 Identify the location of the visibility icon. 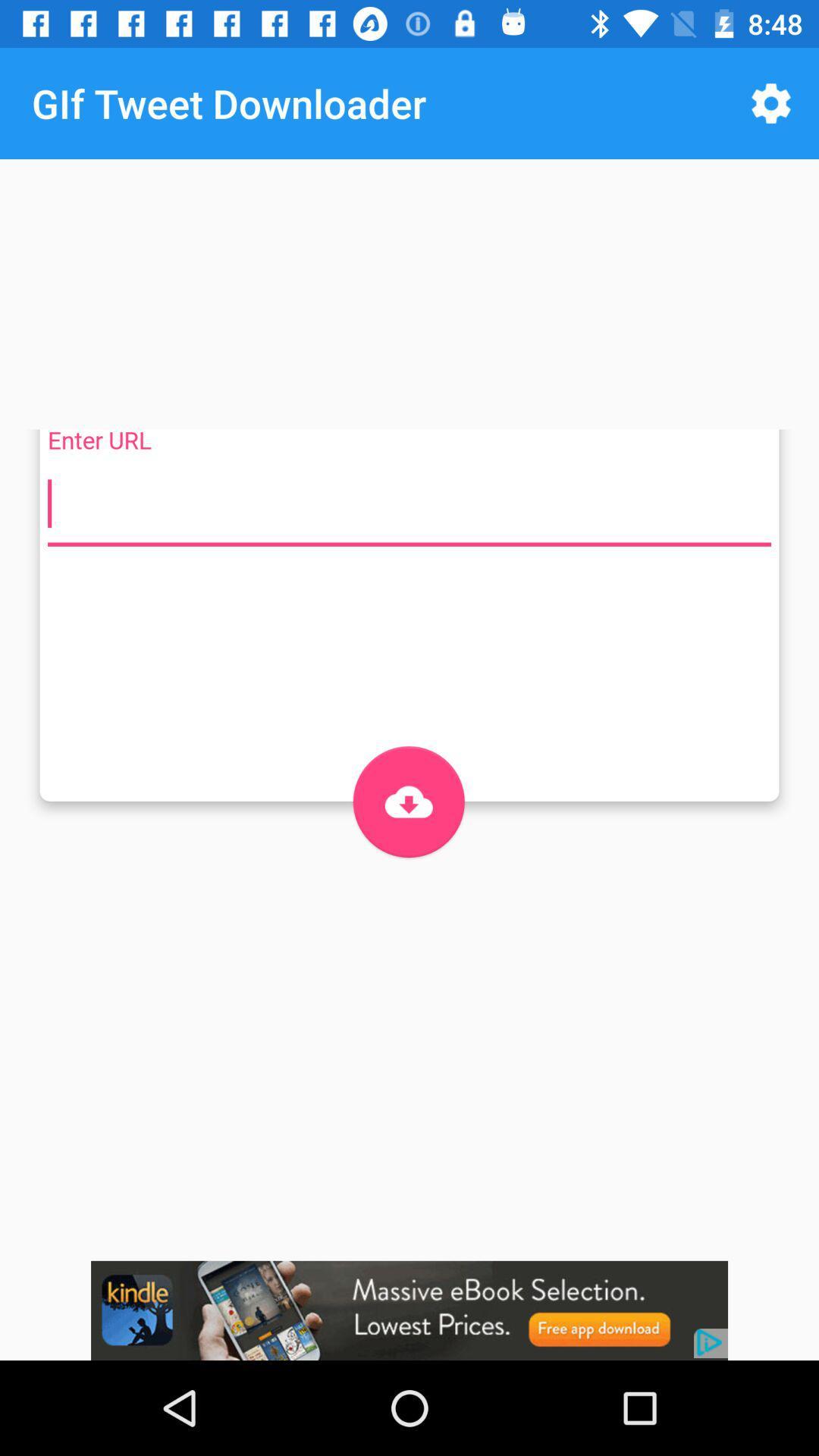
(408, 801).